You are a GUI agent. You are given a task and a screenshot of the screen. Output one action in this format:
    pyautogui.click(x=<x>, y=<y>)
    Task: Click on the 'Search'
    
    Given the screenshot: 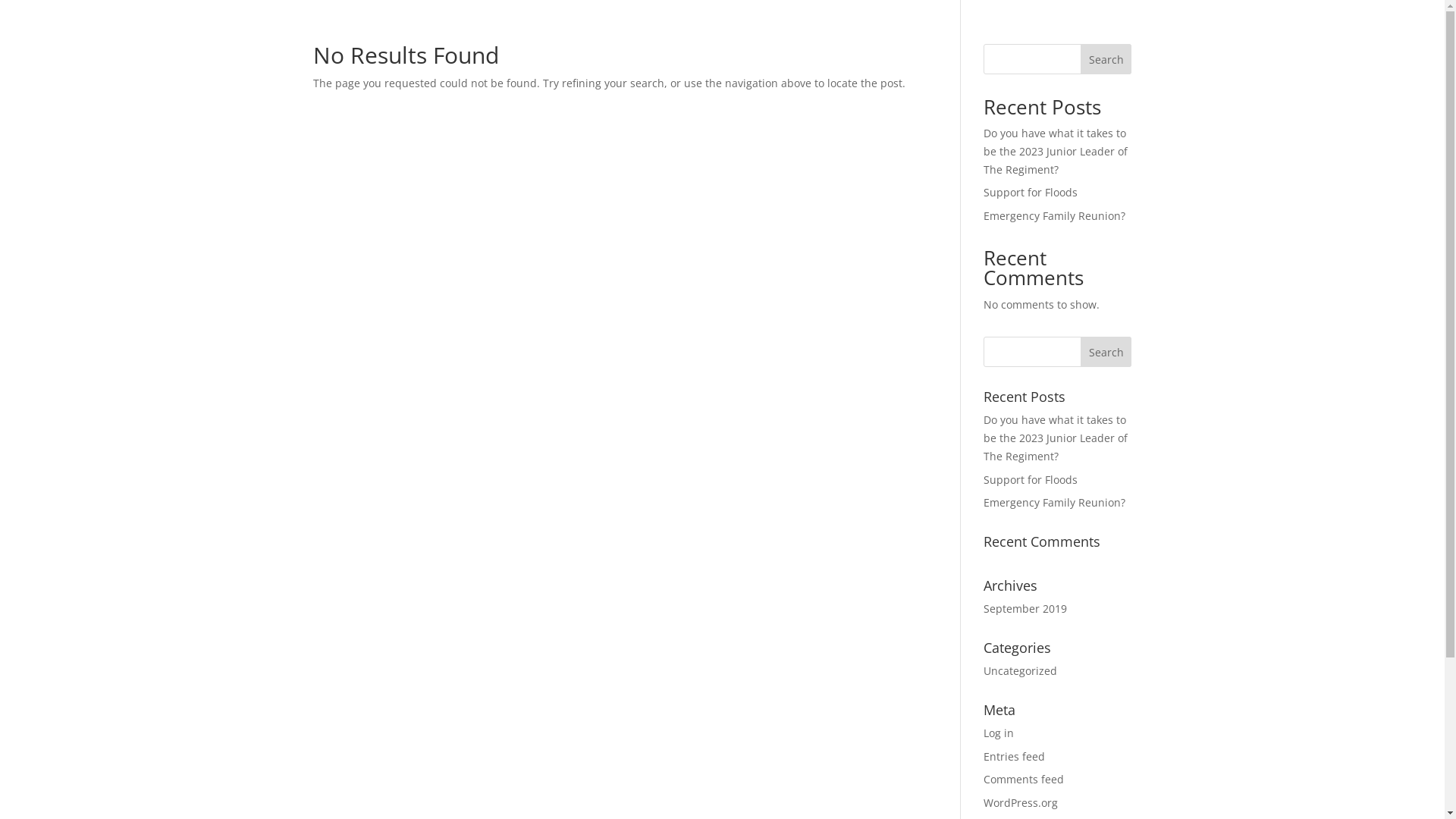 What is the action you would take?
    pyautogui.click(x=1080, y=351)
    